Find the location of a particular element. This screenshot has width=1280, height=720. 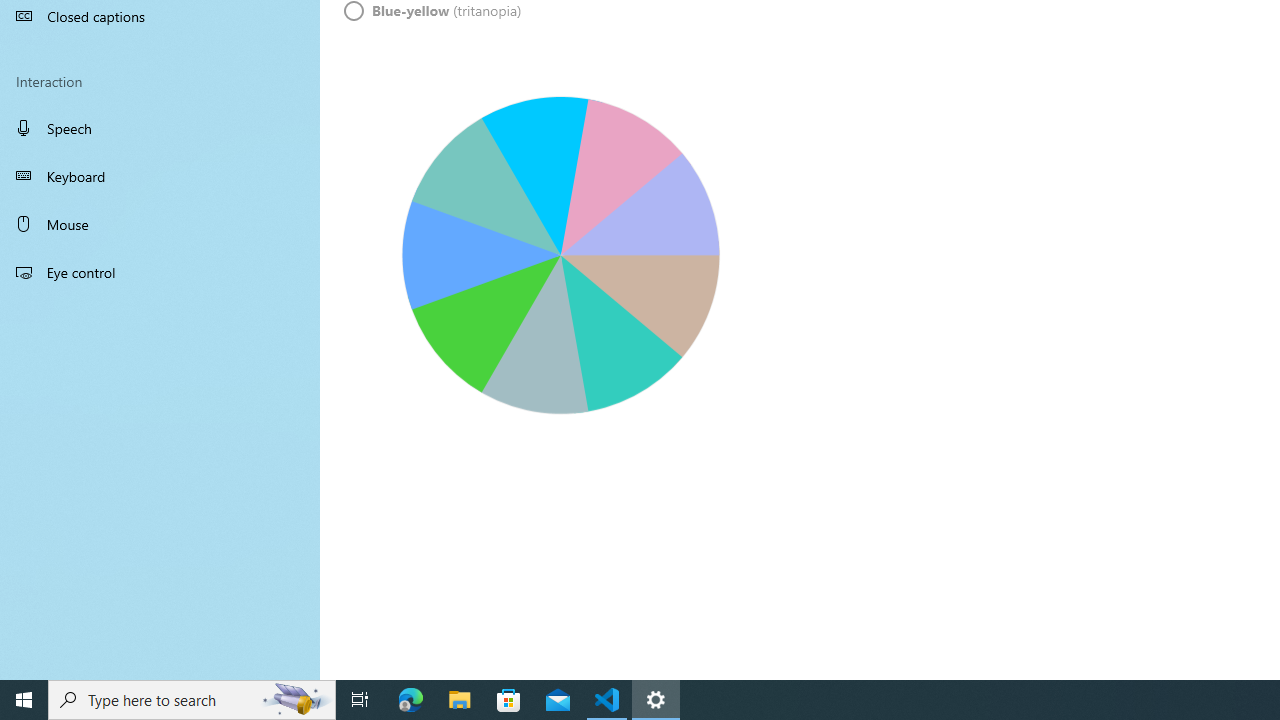

'Visual Studio Code - 1 running window' is located at coordinates (606, 698).